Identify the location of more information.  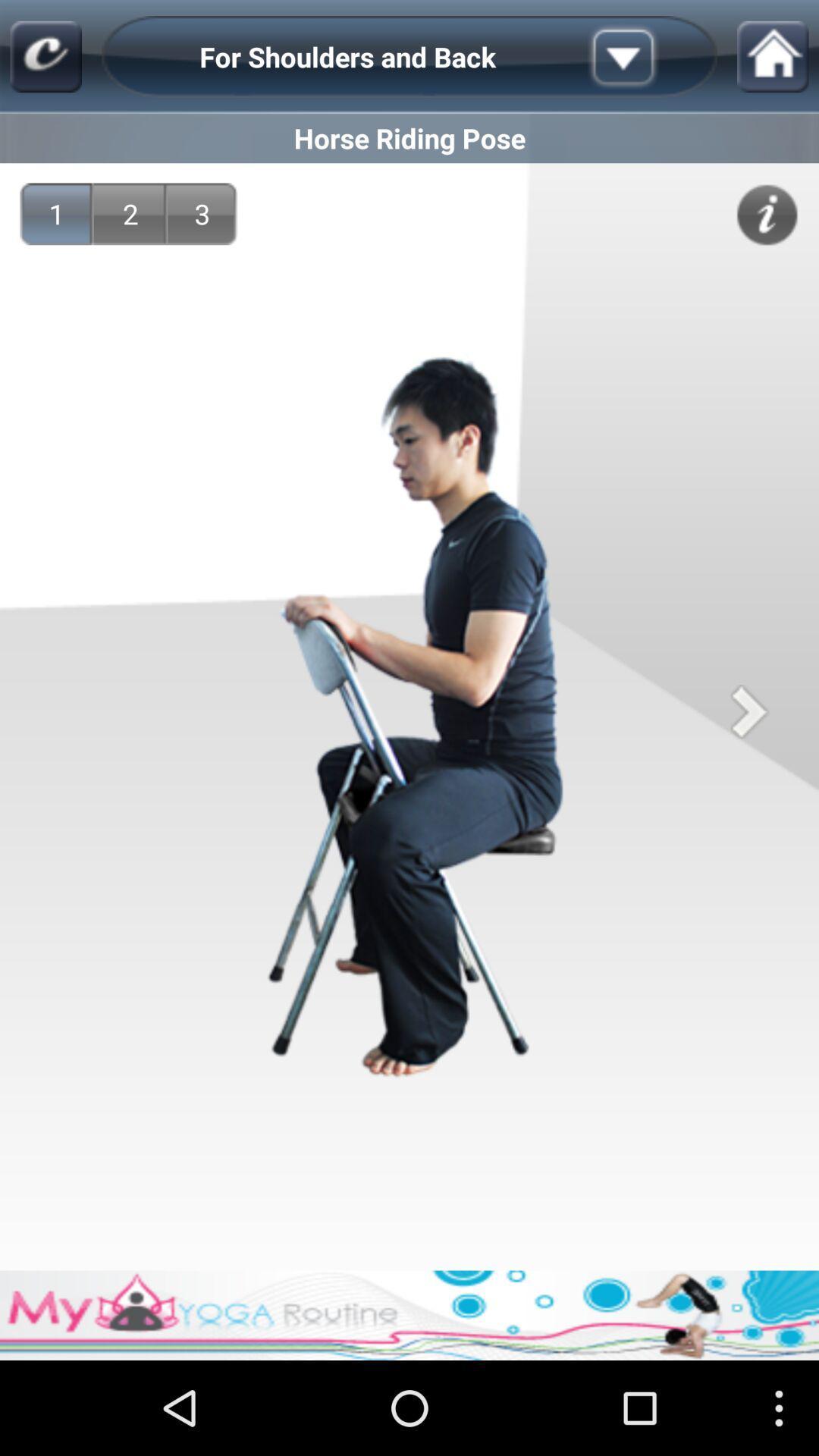
(767, 214).